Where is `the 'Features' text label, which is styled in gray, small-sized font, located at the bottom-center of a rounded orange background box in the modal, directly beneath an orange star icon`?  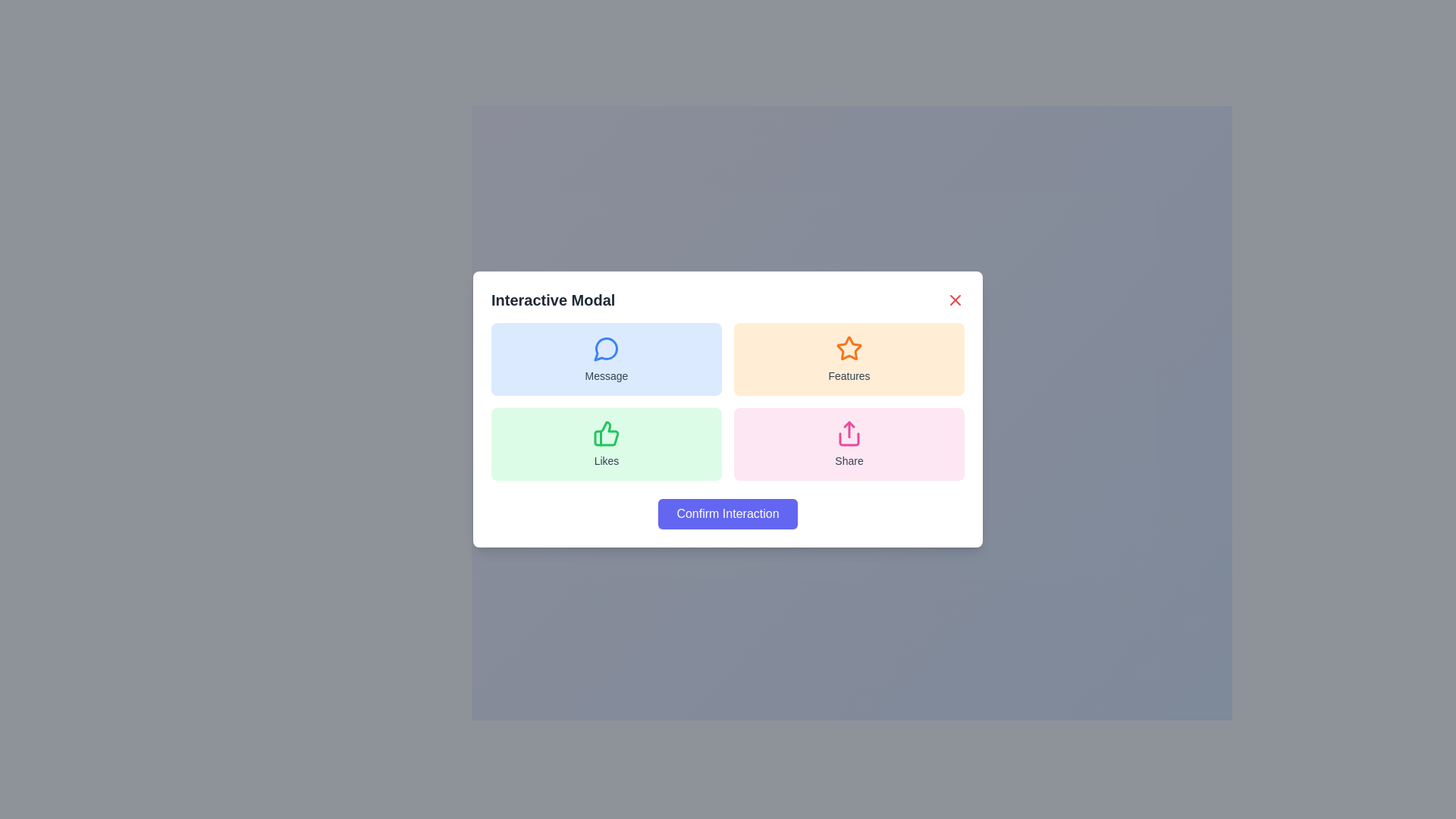 the 'Features' text label, which is styled in gray, small-sized font, located at the bottom-center of a rounded orange background box in the modal, directly beneath an orange star icon is located at coordinates (848, 375).